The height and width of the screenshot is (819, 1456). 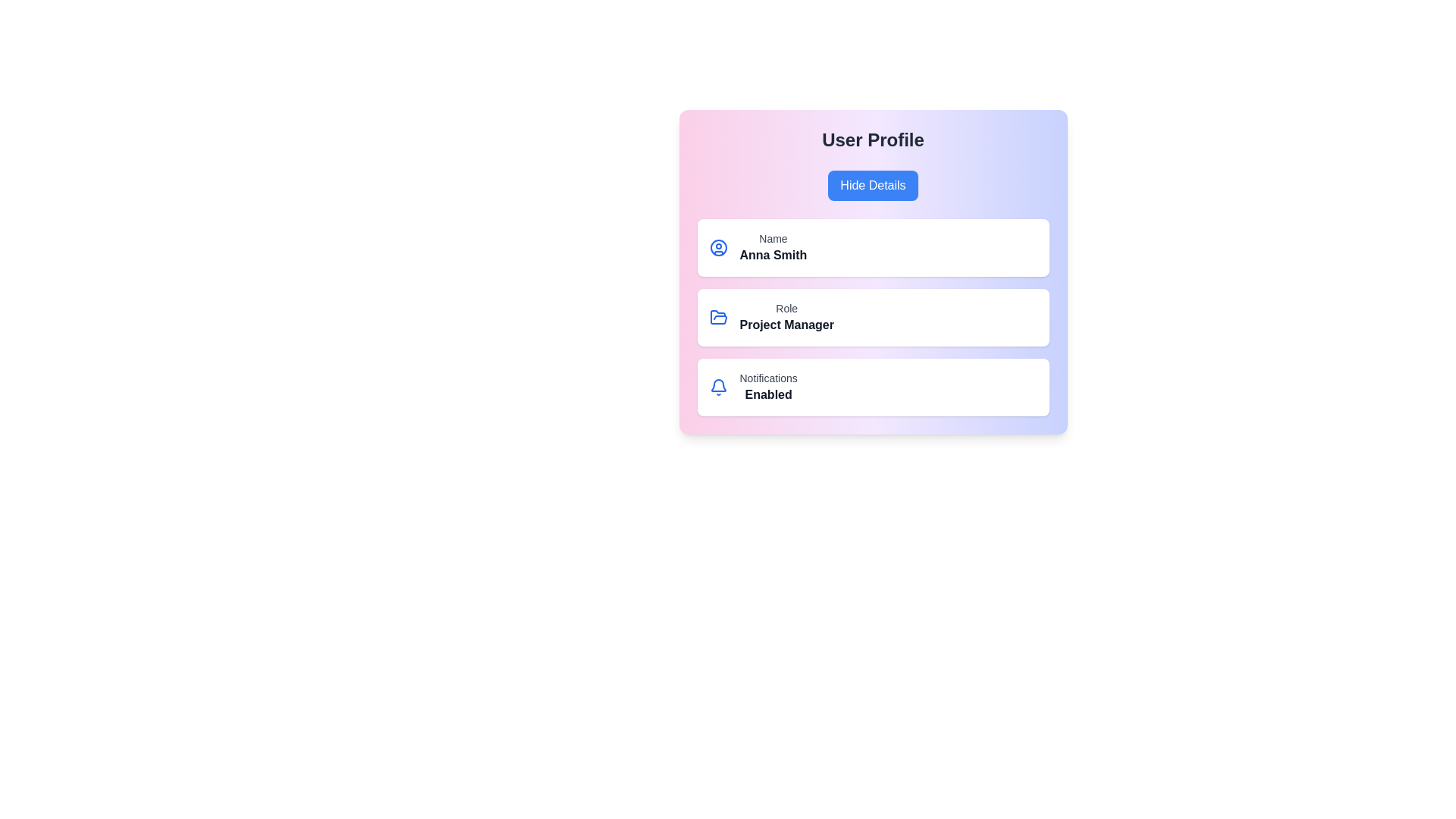 I want to click on the open folder icon located in the top-left corner of the 'Role Project Manager' card, so click(x=717, y=317).